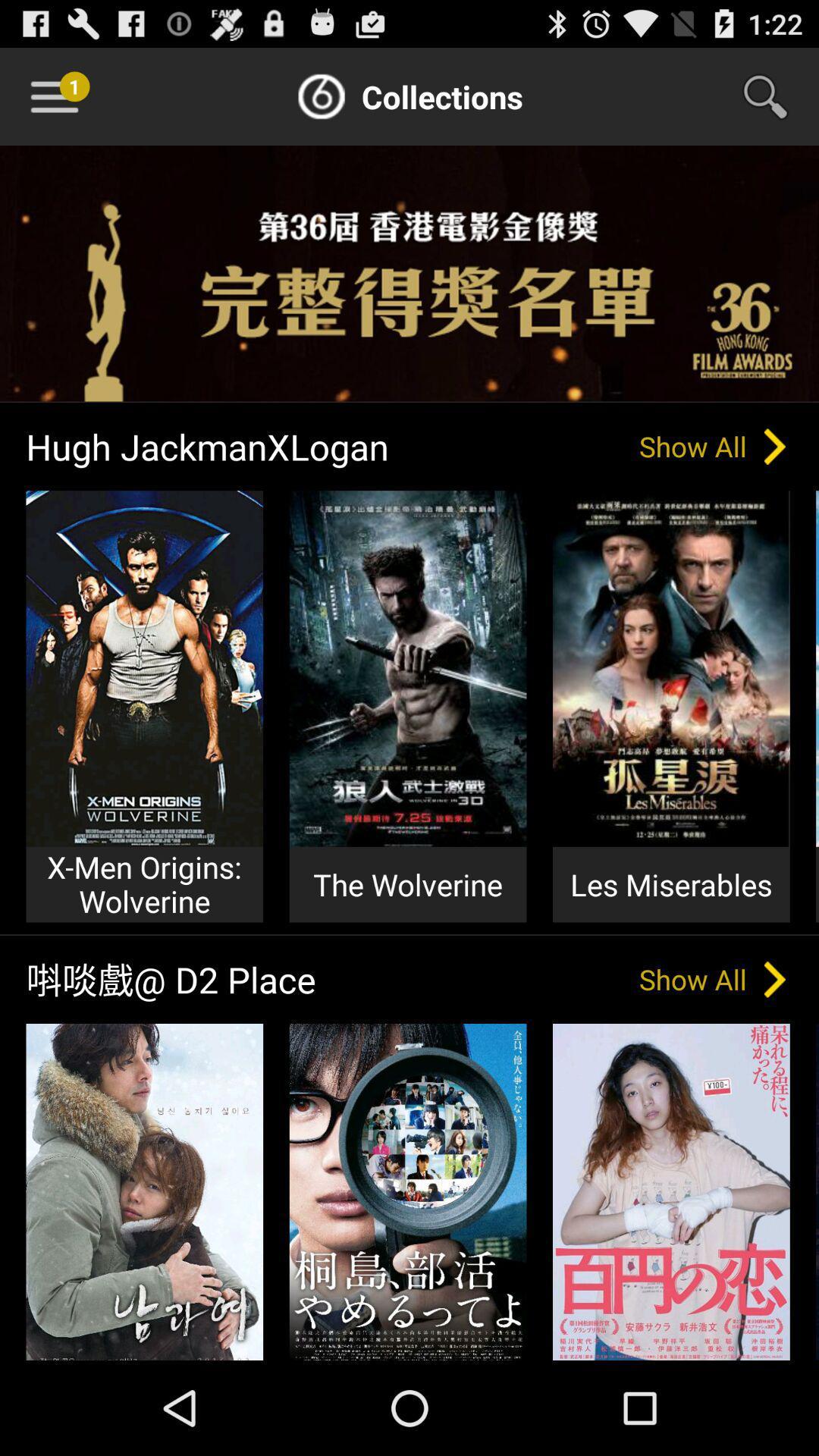 The image size is (819, 1456). Describe the element at coordinates (670, 668) in the screenshot. I see `image above les miserables text` at that location.